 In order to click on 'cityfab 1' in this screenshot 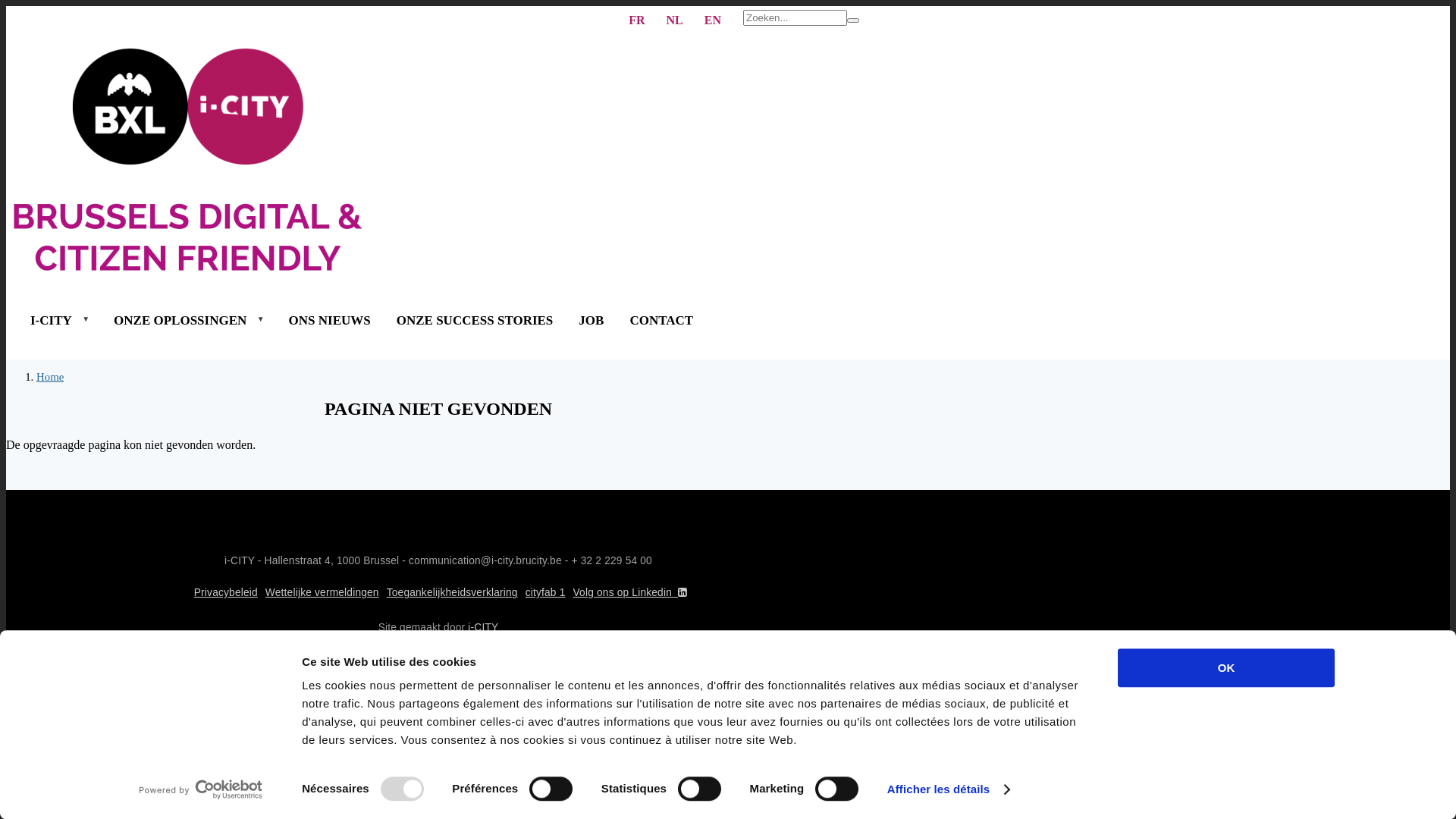, I will do `click(545, 591)`.